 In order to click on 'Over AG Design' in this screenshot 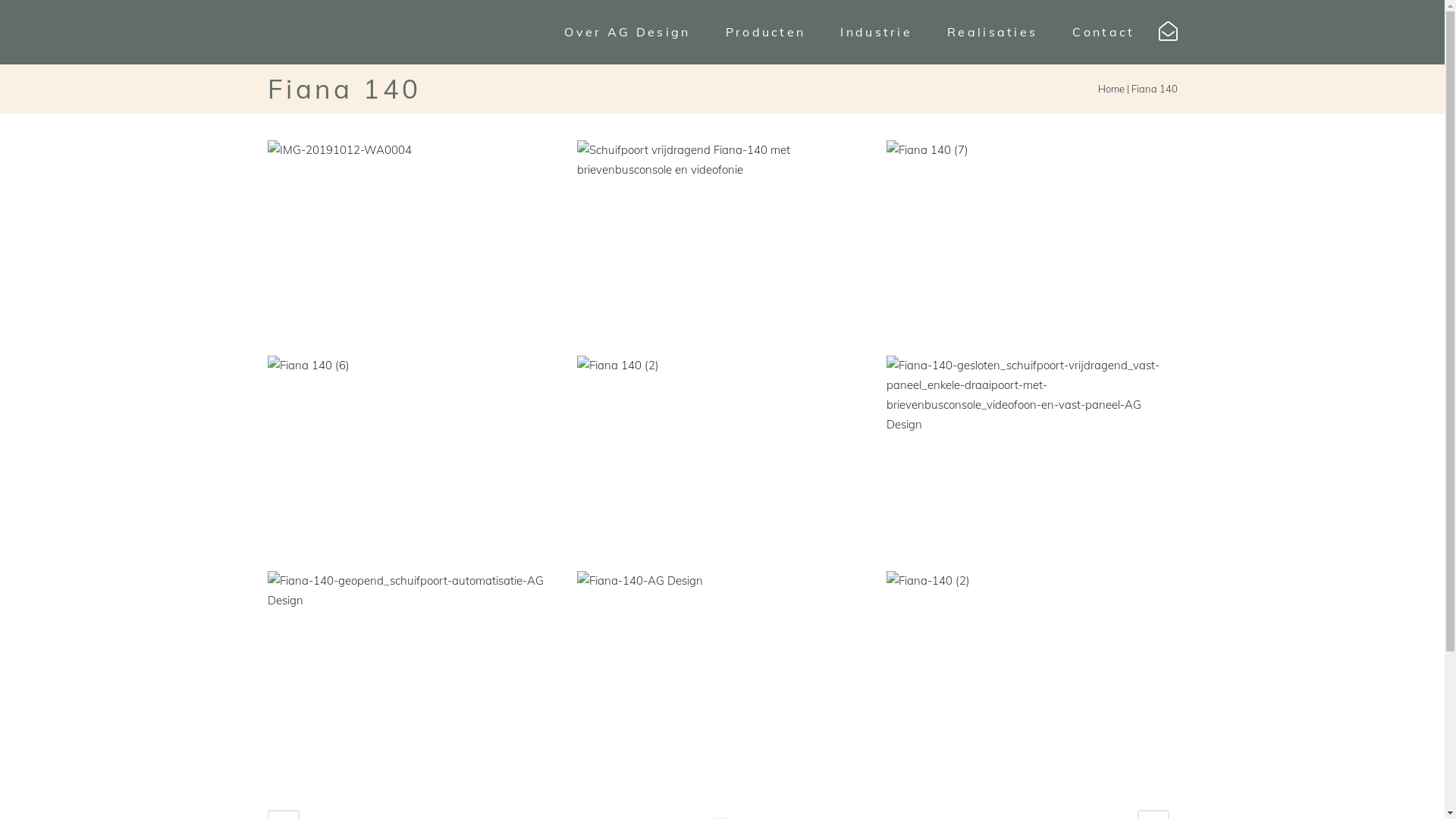, I will do `click(626, 32)`.